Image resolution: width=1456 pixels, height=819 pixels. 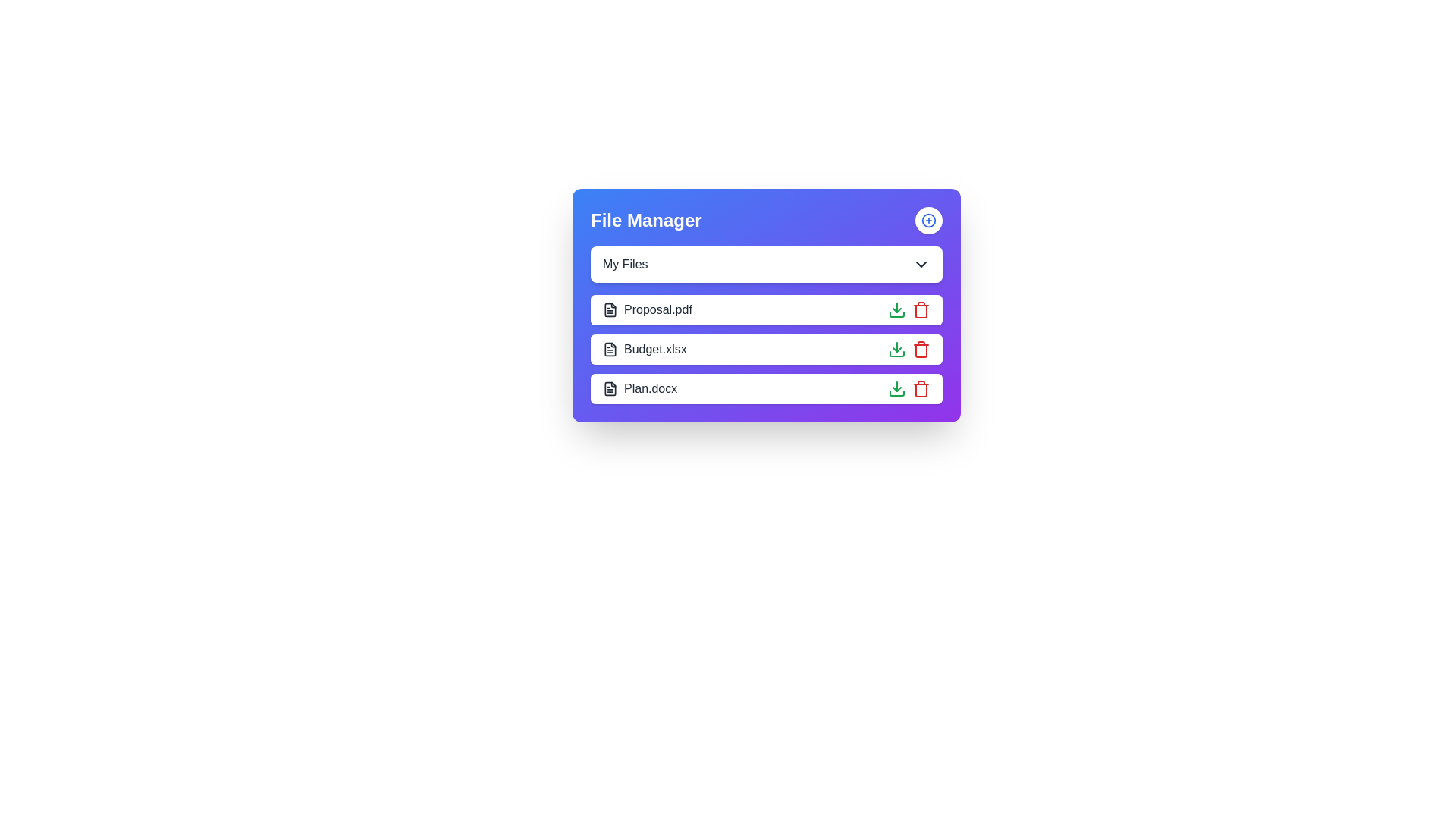 What do you see at coordinates (610, 309) in the screenshot?
I see `the document icon located in the first row of the interface, next to the 'Proposal.pdf' text label` at bounding box center [610, 309].